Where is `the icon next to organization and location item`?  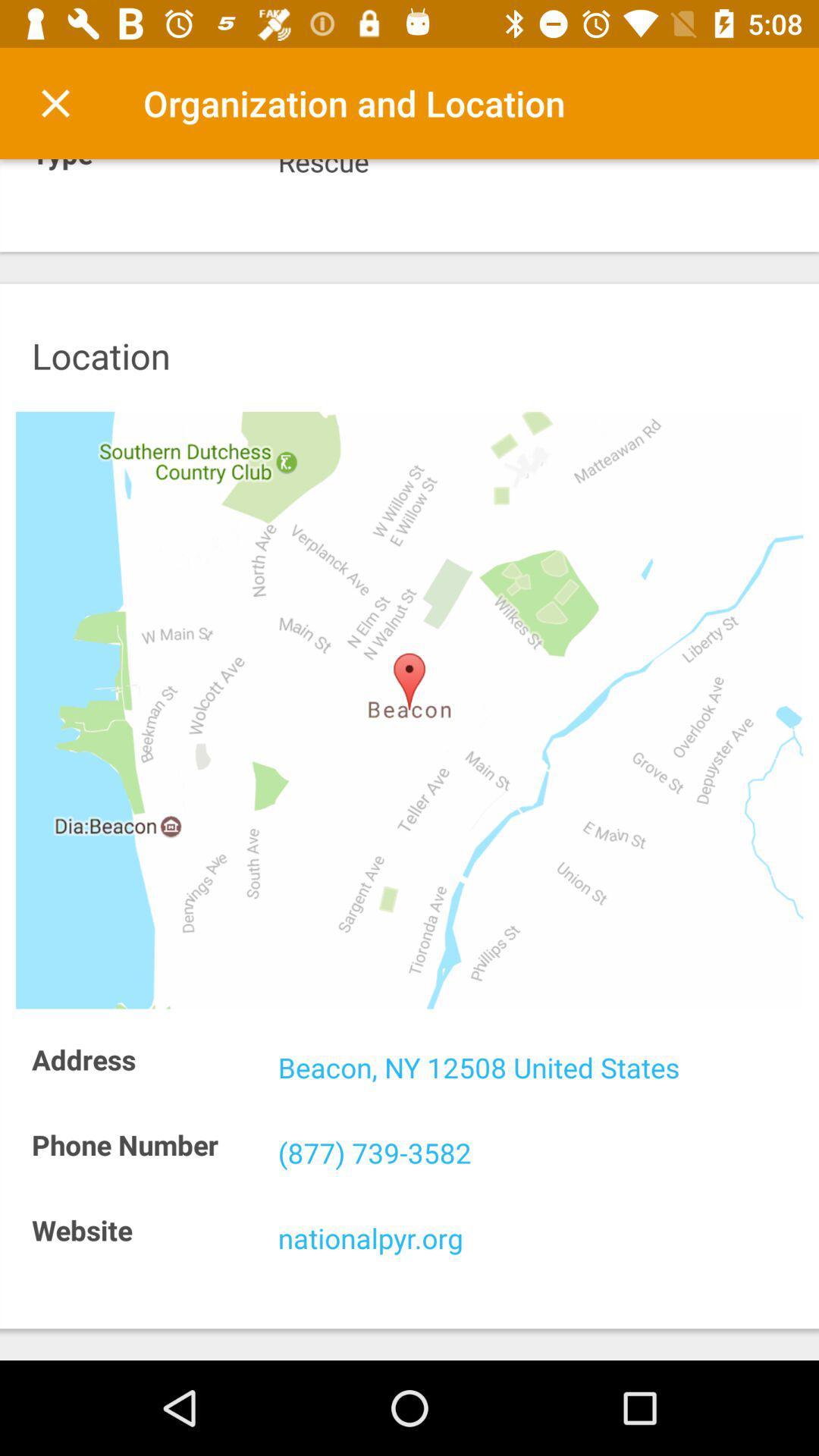 the icon next to organization and location item is located at coordinates (55, 102).